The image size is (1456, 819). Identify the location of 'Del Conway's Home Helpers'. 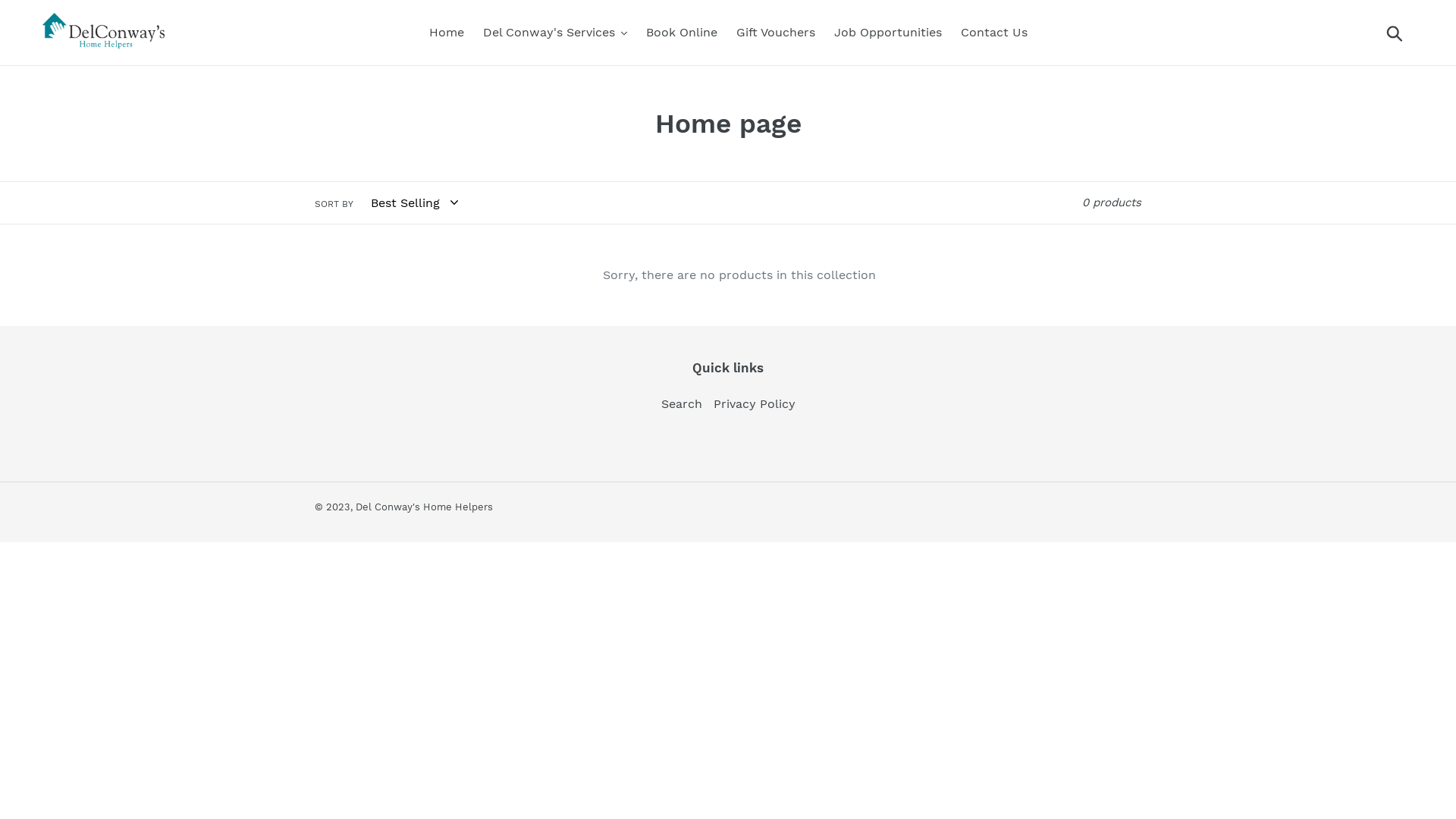
(355, 507).